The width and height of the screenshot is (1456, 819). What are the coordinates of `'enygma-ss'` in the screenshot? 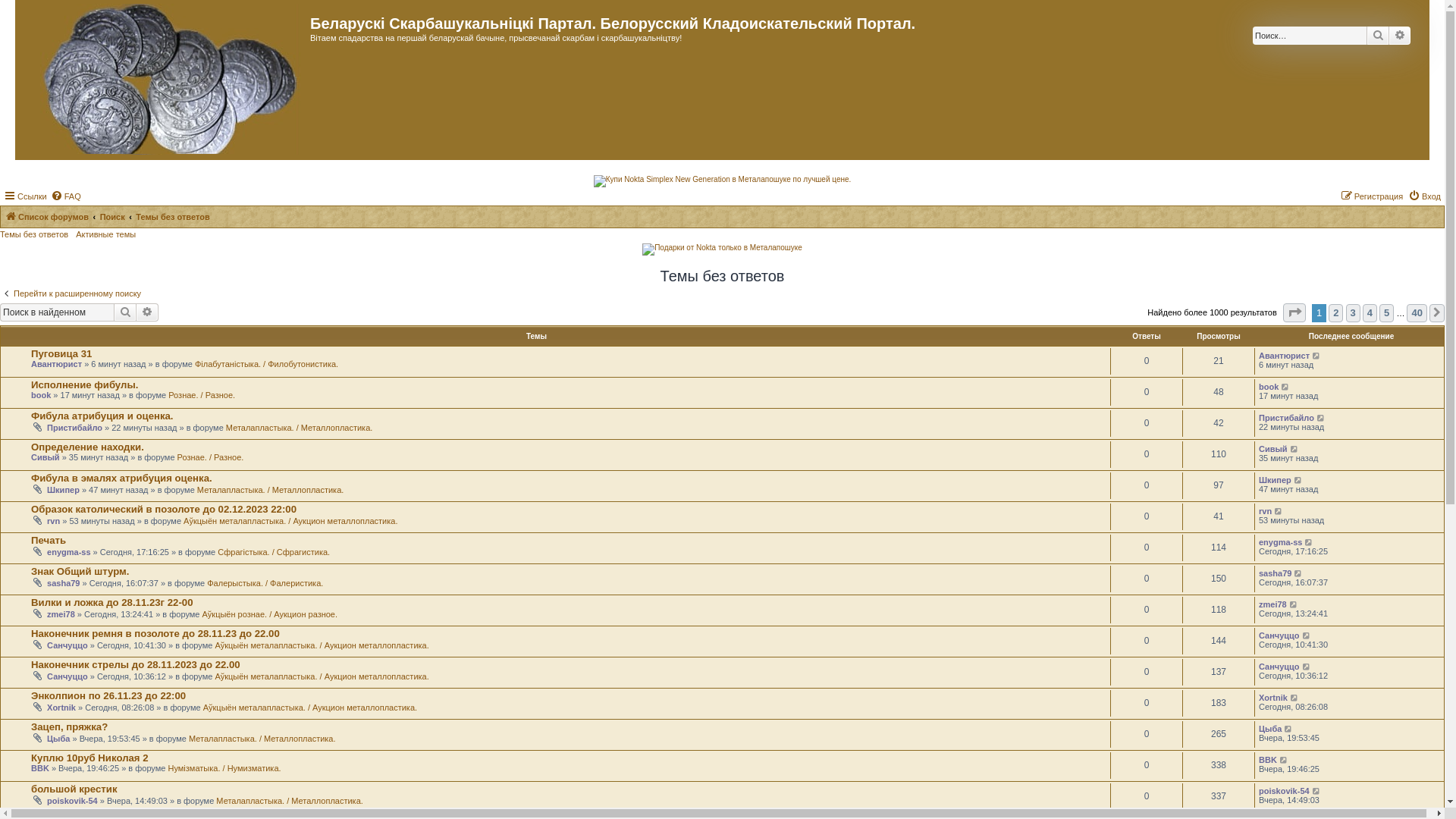 It's located at (1259, 541).